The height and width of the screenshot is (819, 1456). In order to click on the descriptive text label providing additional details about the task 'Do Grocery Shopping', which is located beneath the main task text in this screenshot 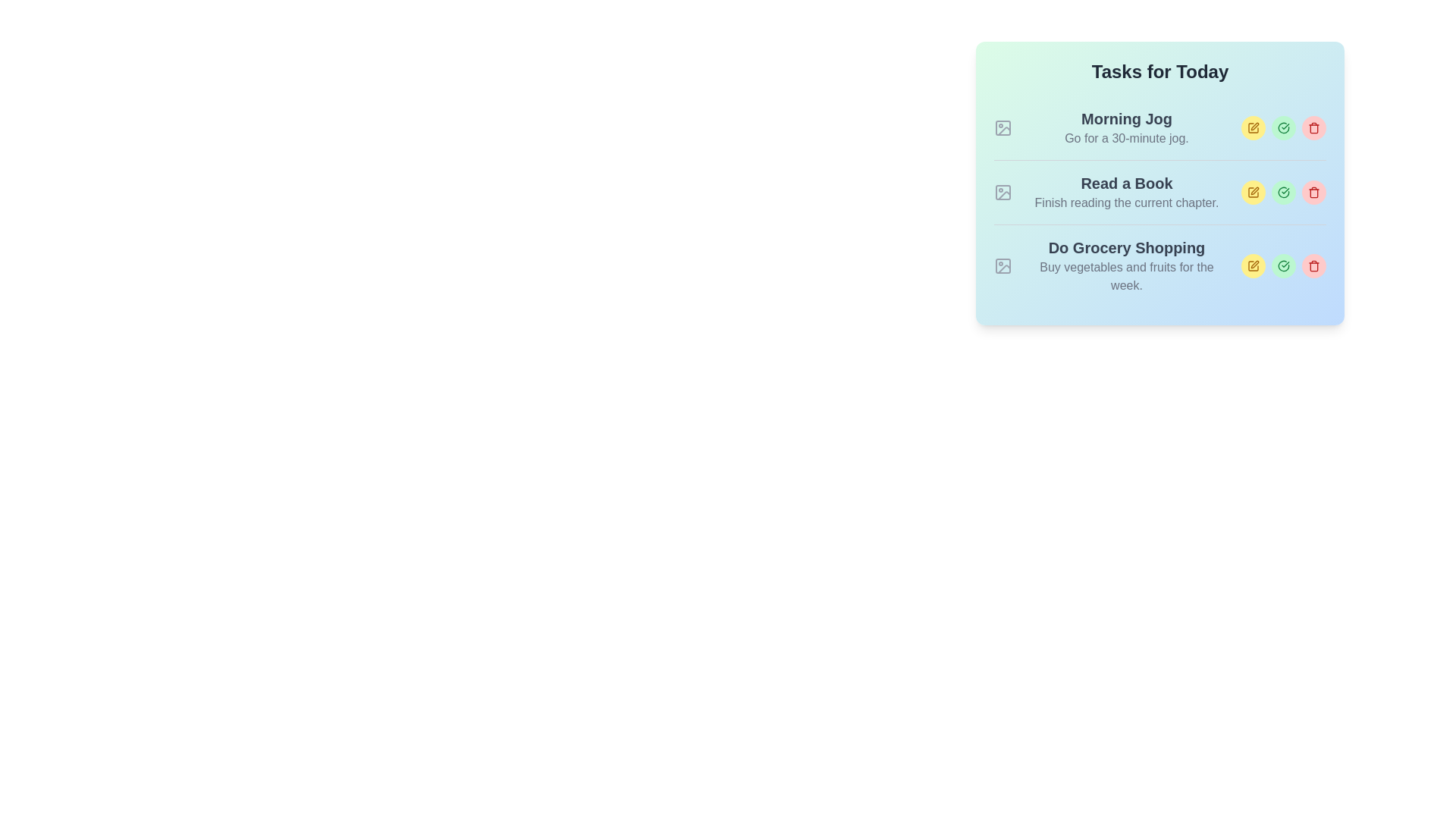, I will do `click(1127, 277)`.